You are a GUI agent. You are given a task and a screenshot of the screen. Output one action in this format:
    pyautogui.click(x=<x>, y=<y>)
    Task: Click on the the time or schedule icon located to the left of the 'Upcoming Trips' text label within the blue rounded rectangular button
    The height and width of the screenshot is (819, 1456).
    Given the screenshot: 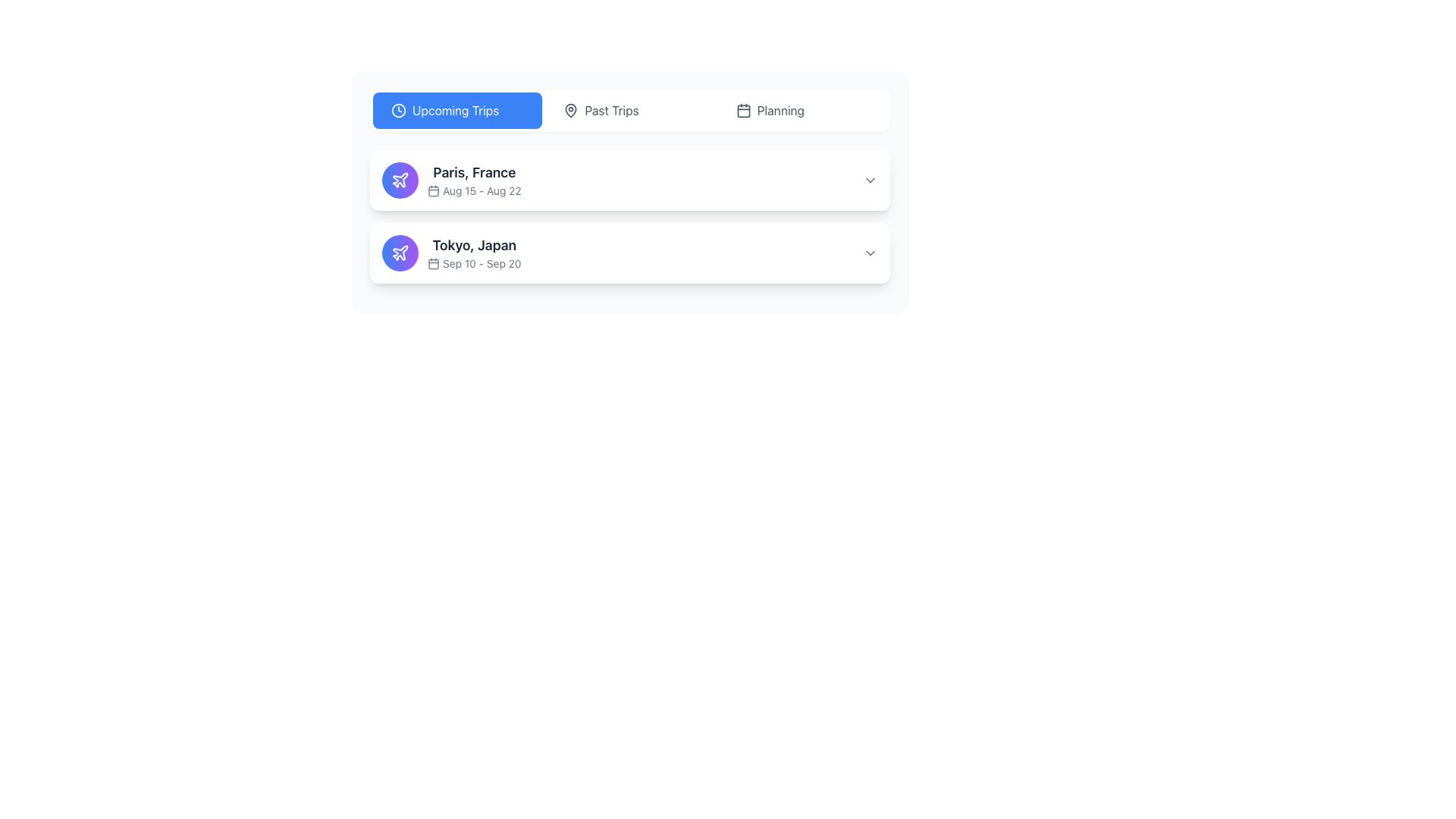 What is the action you would take?
    pyautogui.click(x=399, y=110)
    